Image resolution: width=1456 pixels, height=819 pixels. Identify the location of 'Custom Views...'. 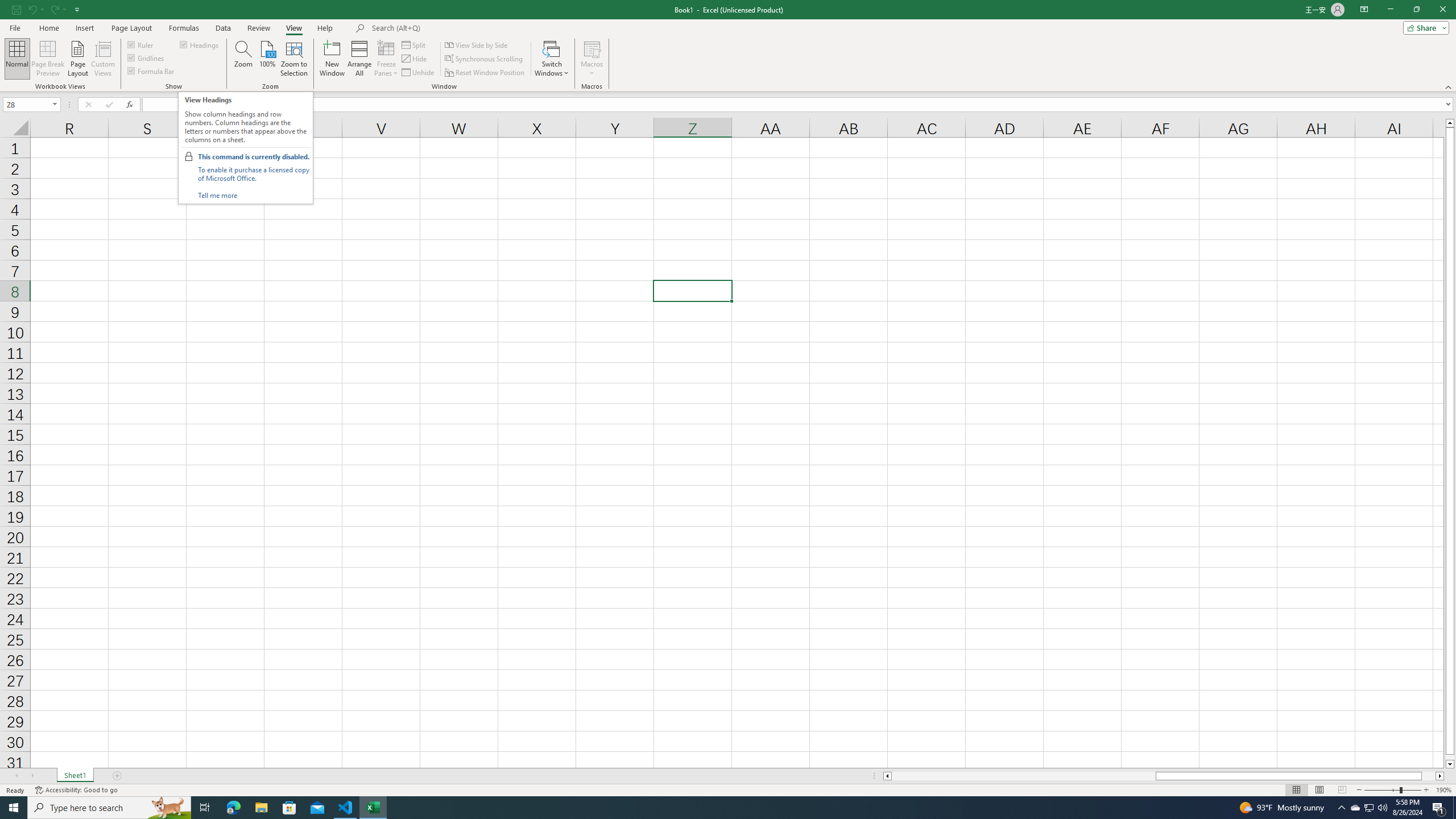
(102, 59).